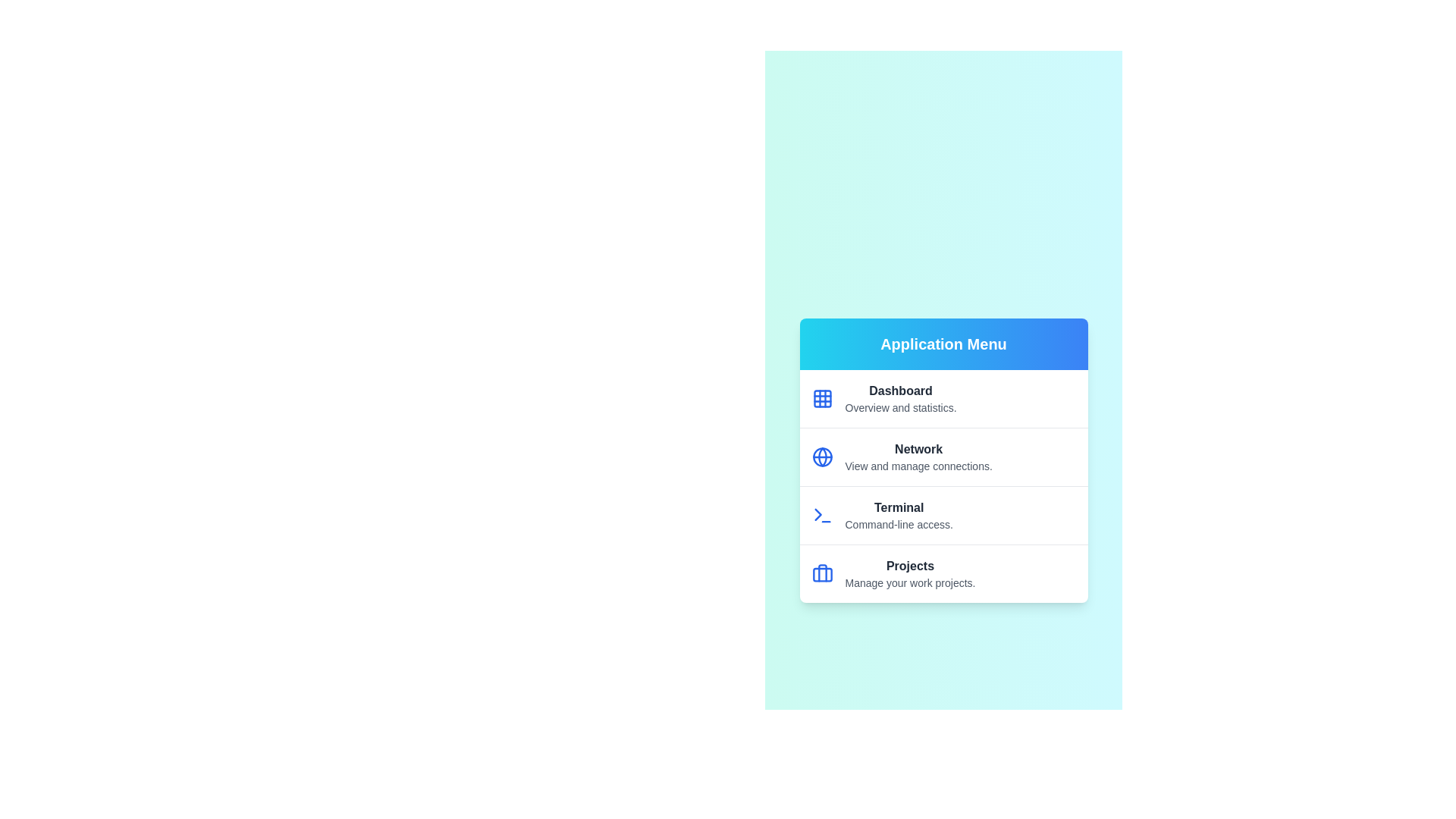 This screenshot has height=819, width=1456. Describe the element at coordinates (943, 455) in the screenshot. I see `the menu item labeled Network to view its hover state` at that location.